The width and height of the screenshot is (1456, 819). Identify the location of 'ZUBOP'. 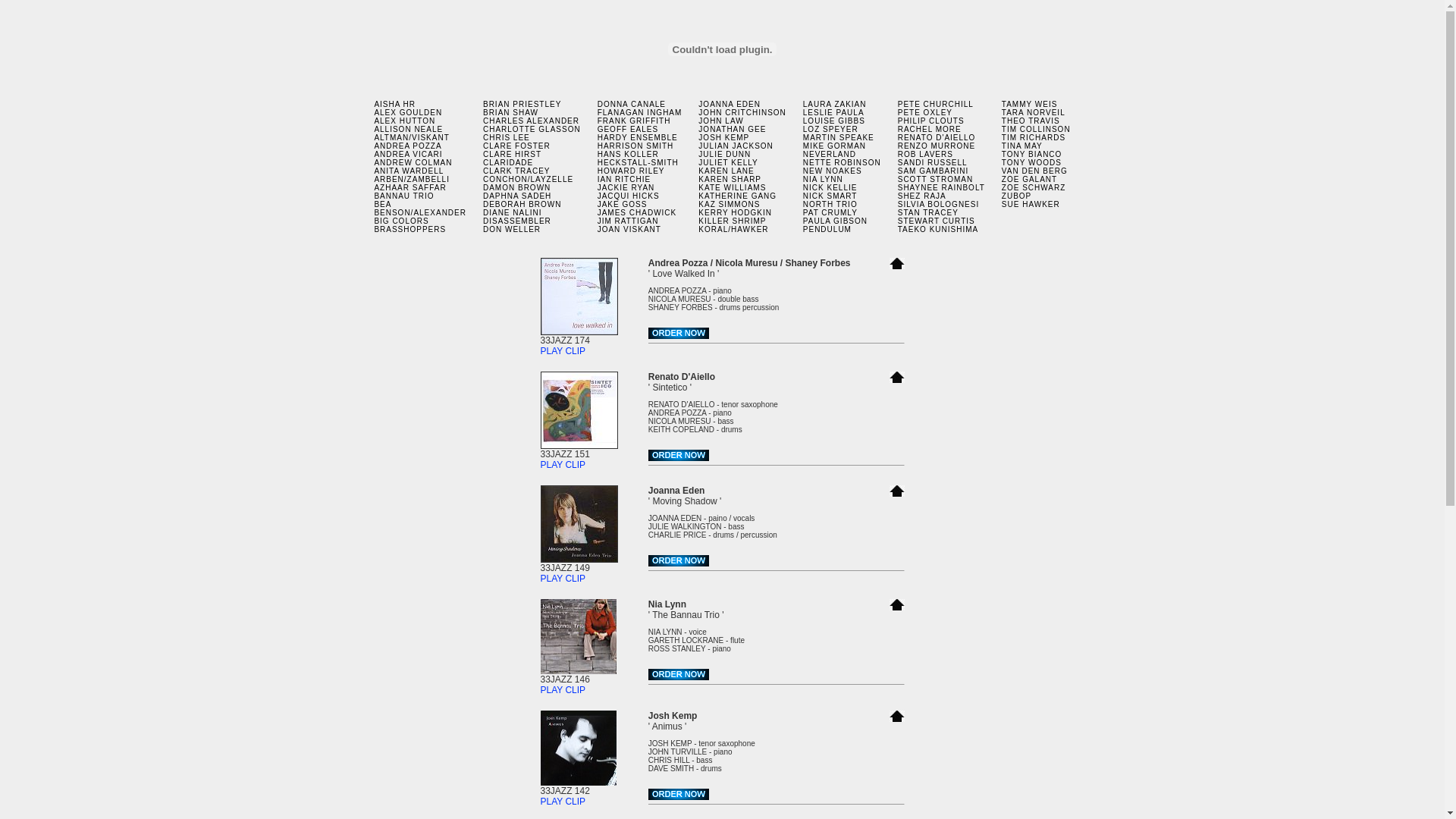
(1016, 195).